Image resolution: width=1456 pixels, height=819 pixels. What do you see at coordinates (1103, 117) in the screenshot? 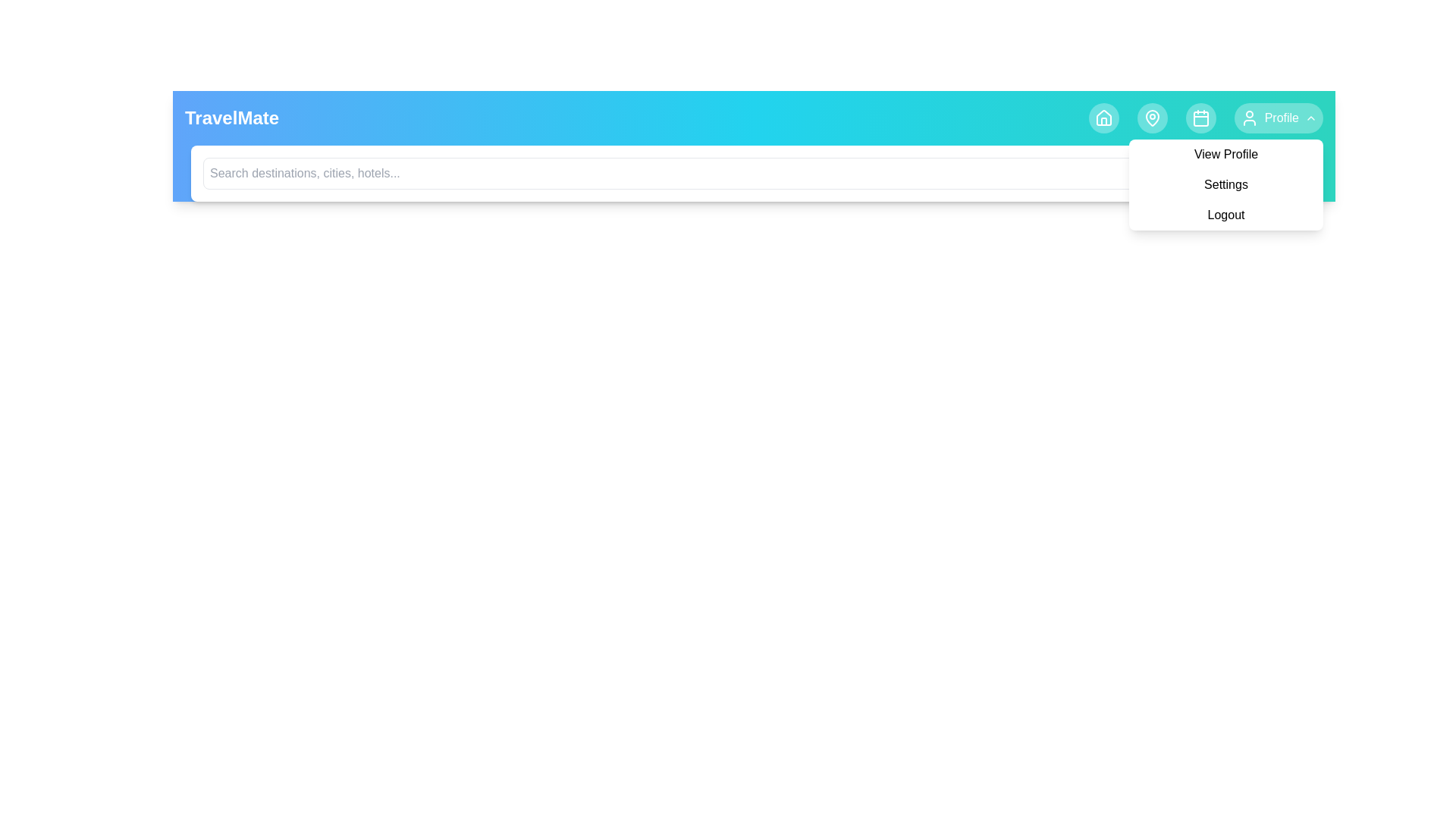
I see `the Home navigation icon` at bounding box center [1103, 117].